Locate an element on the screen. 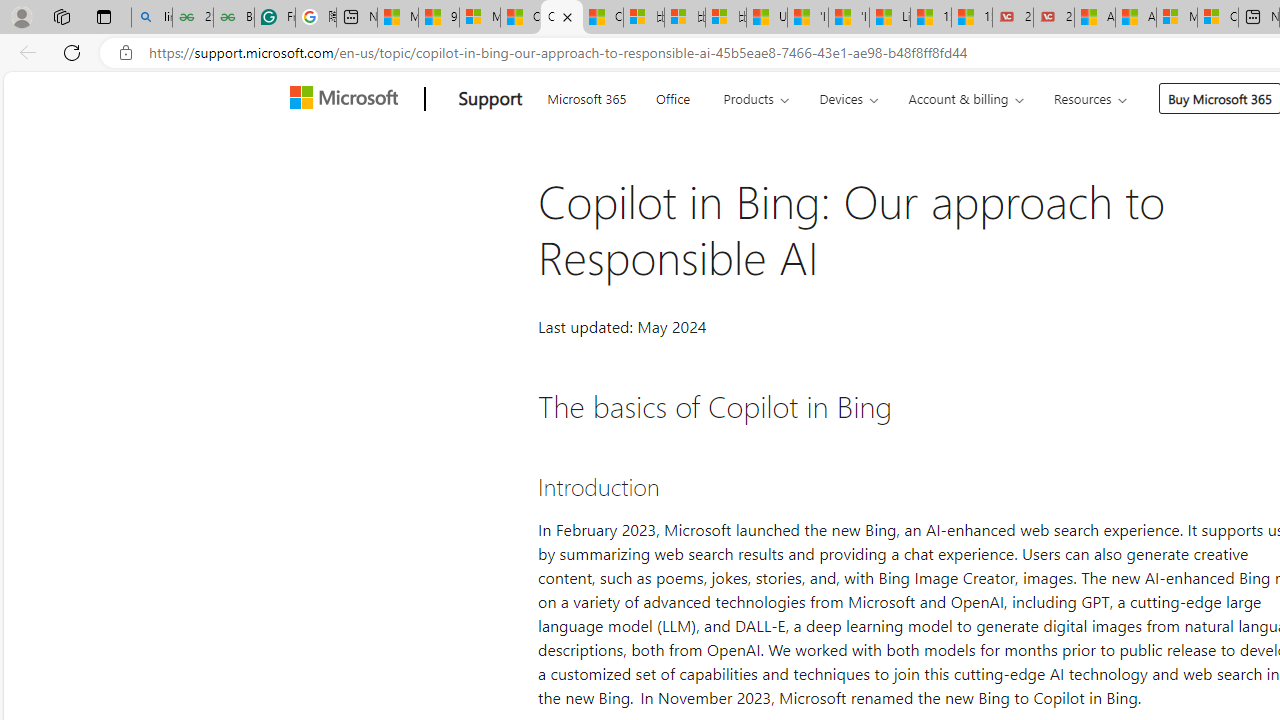 This screenshot has height=720, width=1280. 'Support' is located at coordinates (490, 99).